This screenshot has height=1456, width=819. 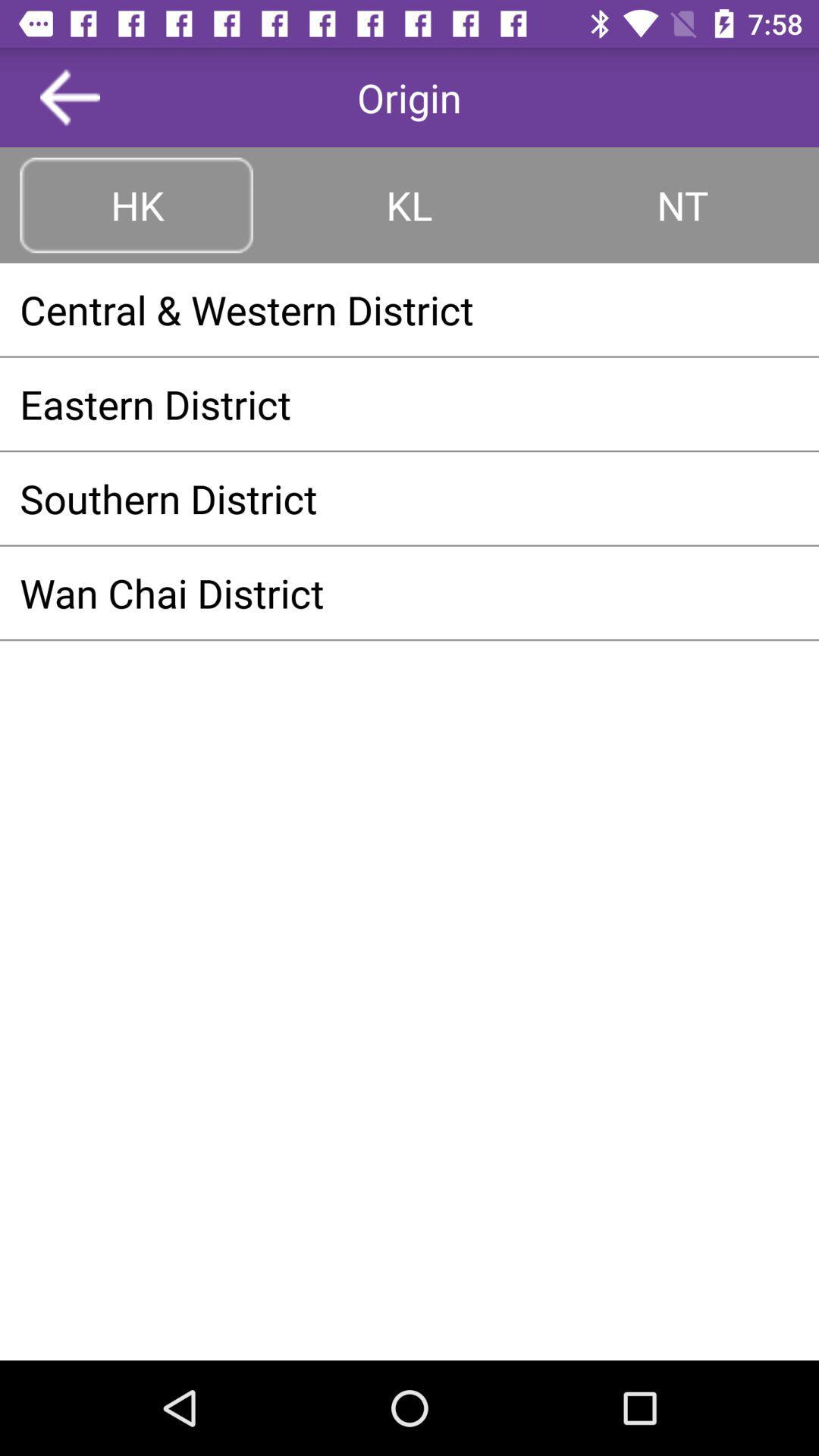 What do you see at coordinates (409, 498) in the screenshot?
I see `the item below the eastern district icon` at bounding box center [409, 498].